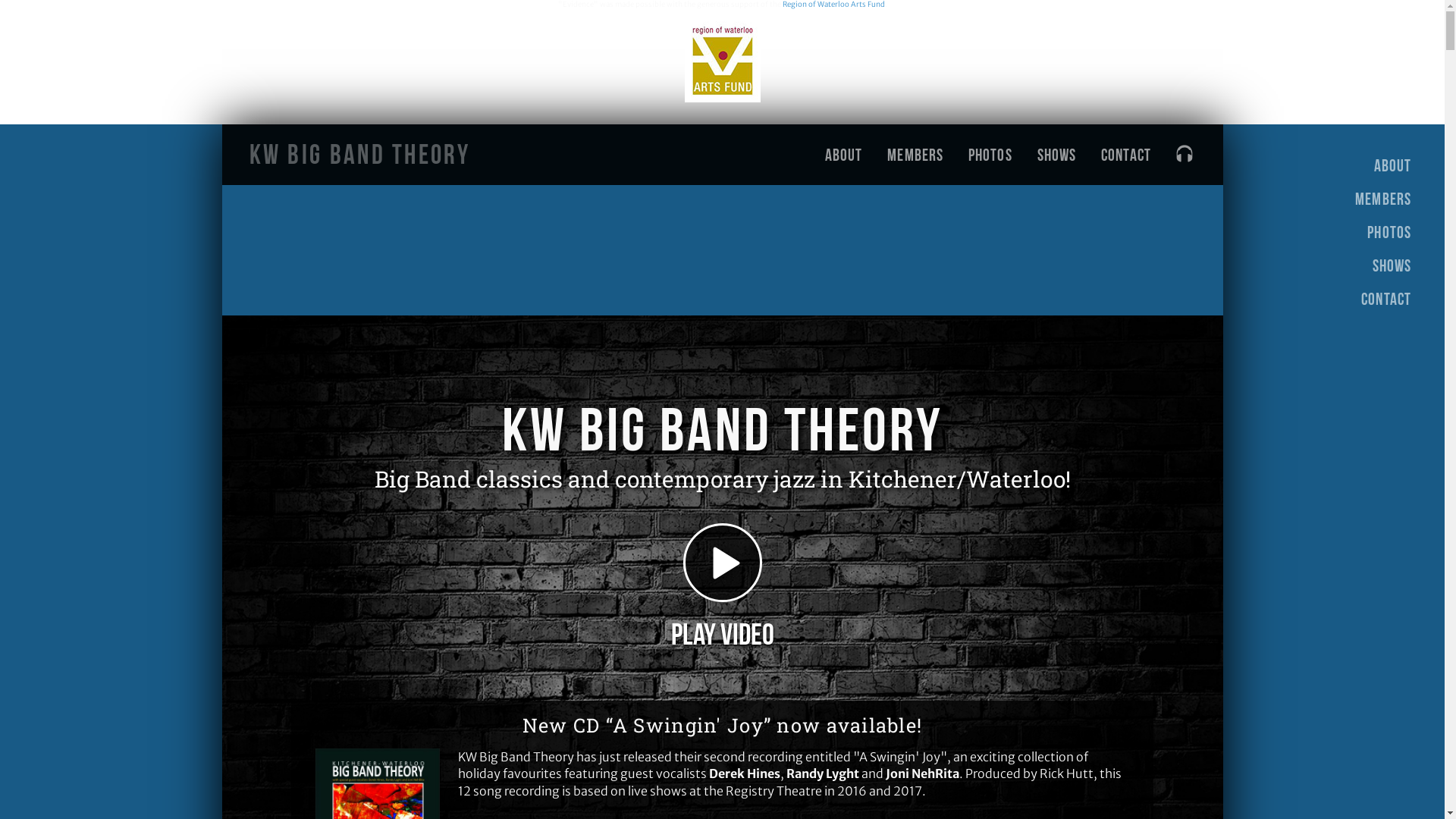 This screenshot has height=819, width=1456. Describe the element at coordinates (833, 5) in the screenshot. I see `'Region of Waterloo Arts Fund'` at that location.